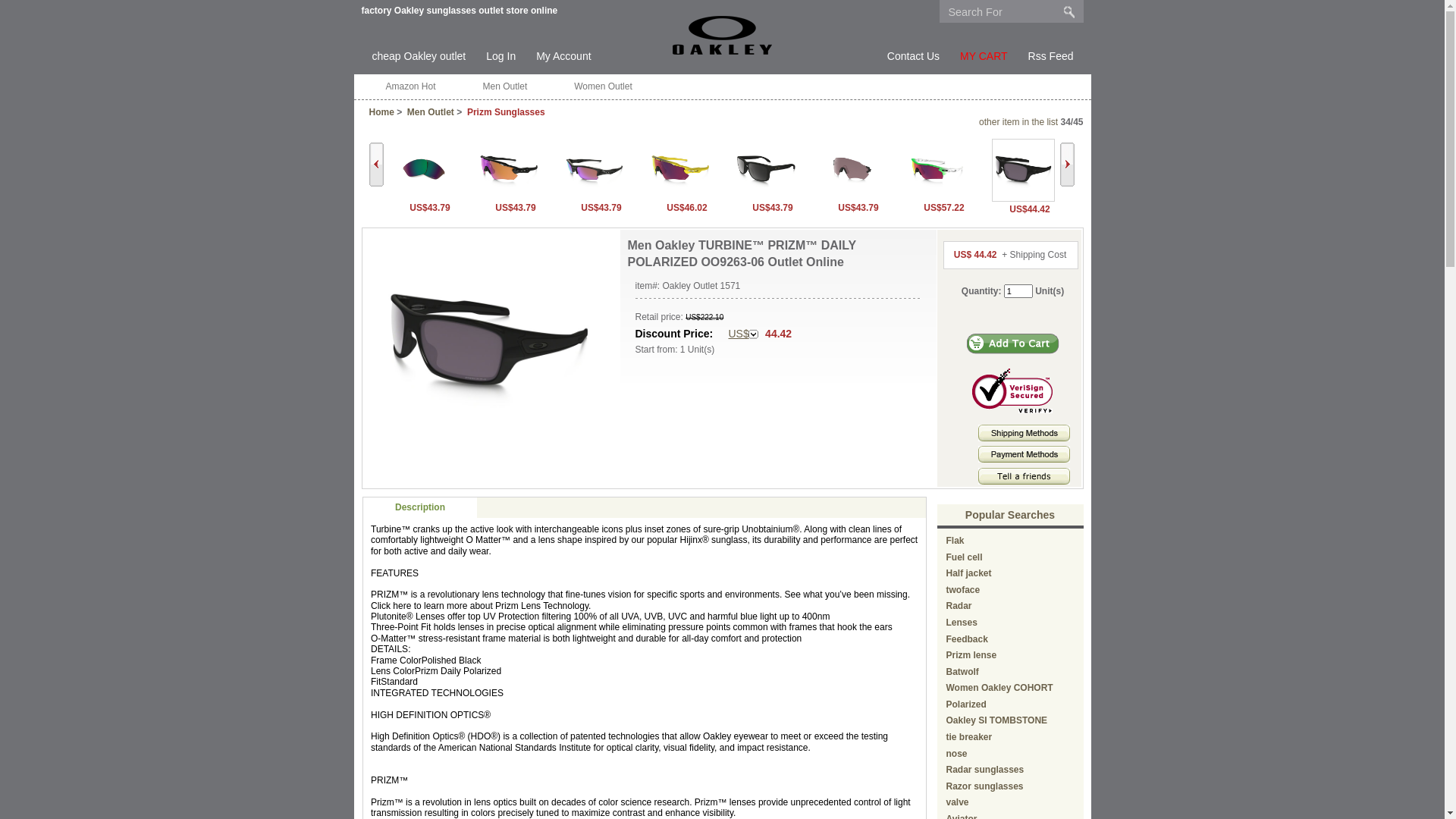  What do you see at coordinates (486, 55) in the screenshot?
I see `'Log In'` at bounding box center [486, 55].